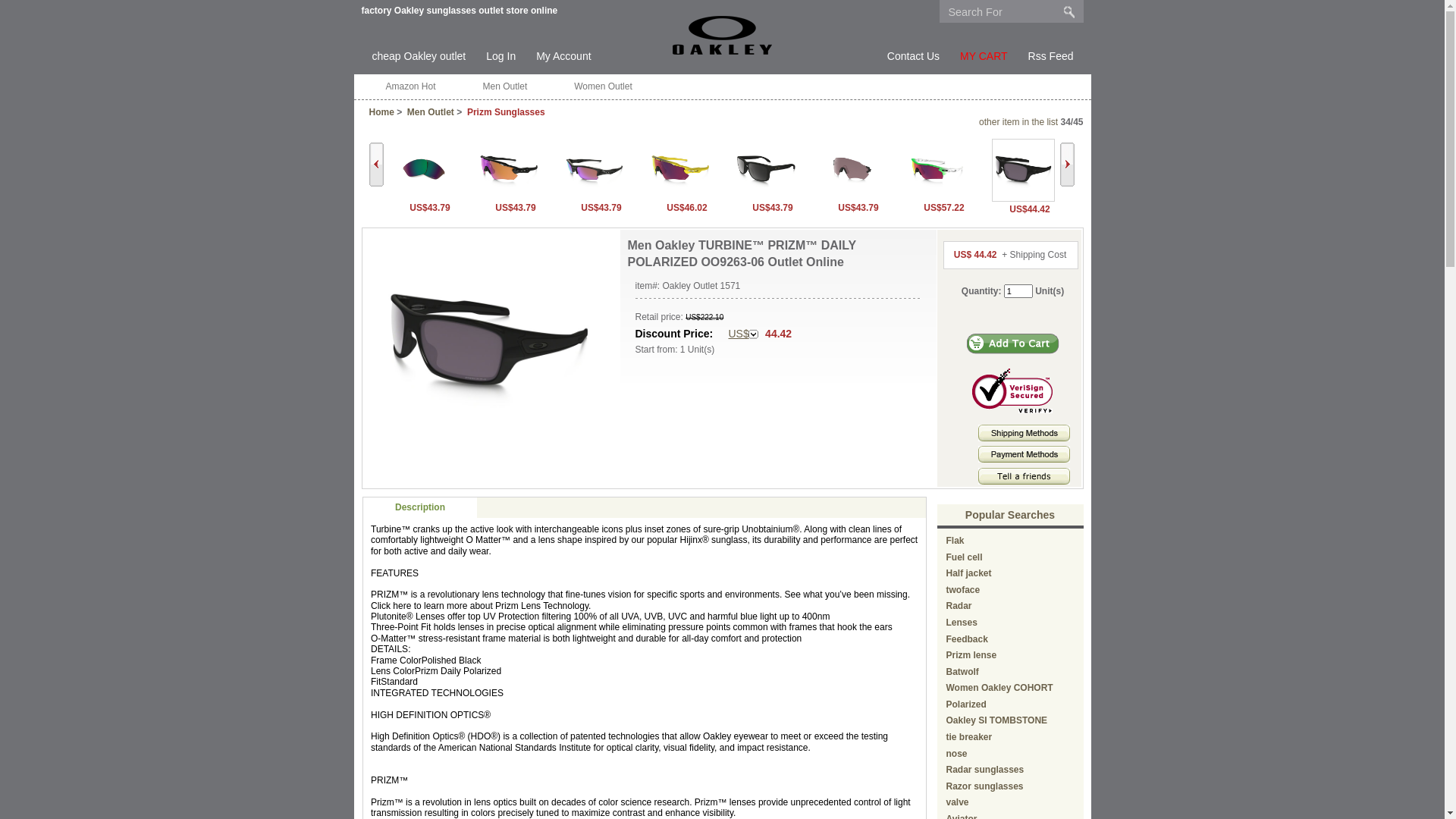  What do you see at coordinates (486, 55) in the screenshot?
I see `'Log In'` at bounding box center [486, 55].